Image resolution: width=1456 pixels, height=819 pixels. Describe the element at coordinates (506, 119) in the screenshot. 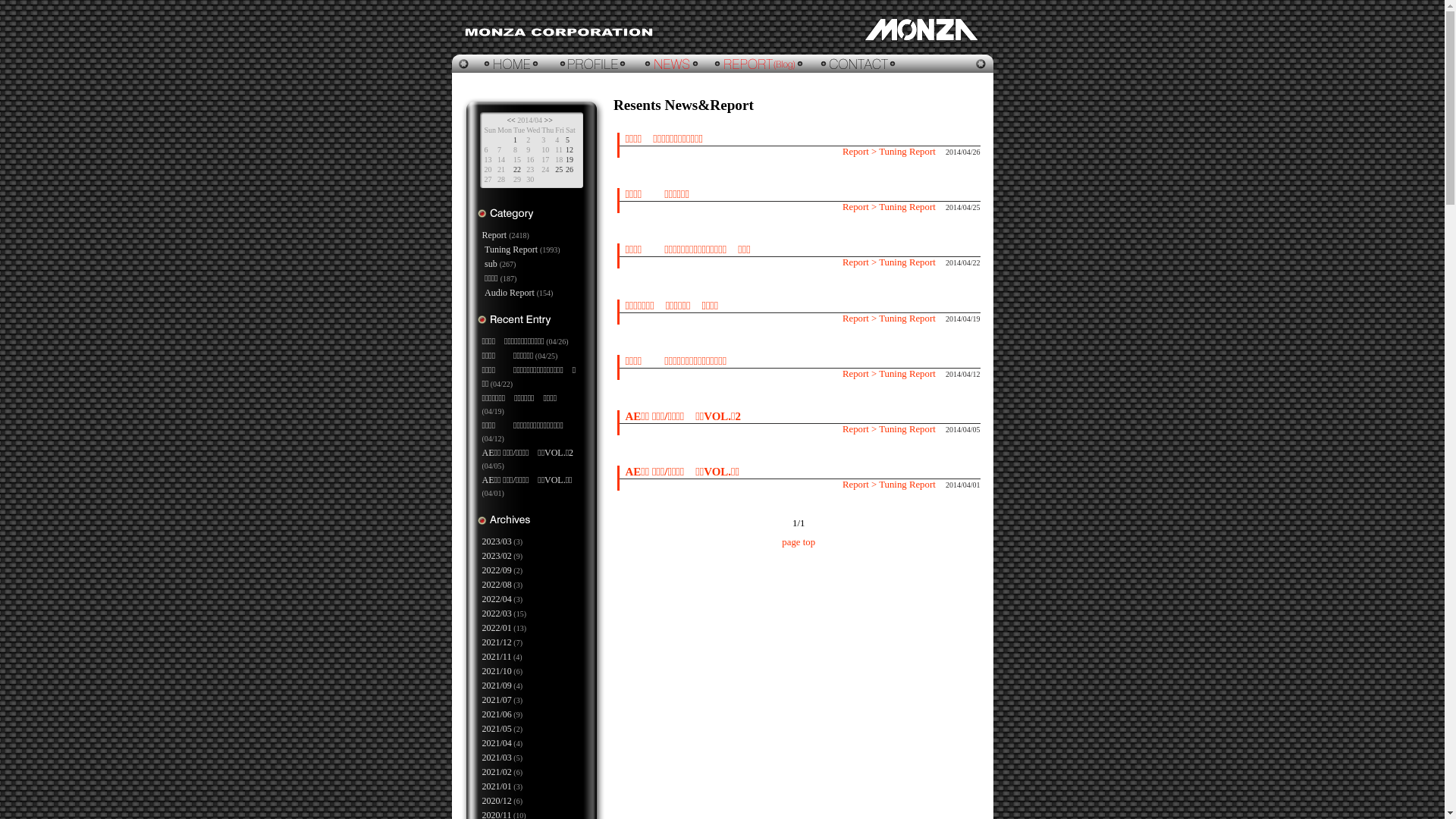

I see `'<<'` at that location.